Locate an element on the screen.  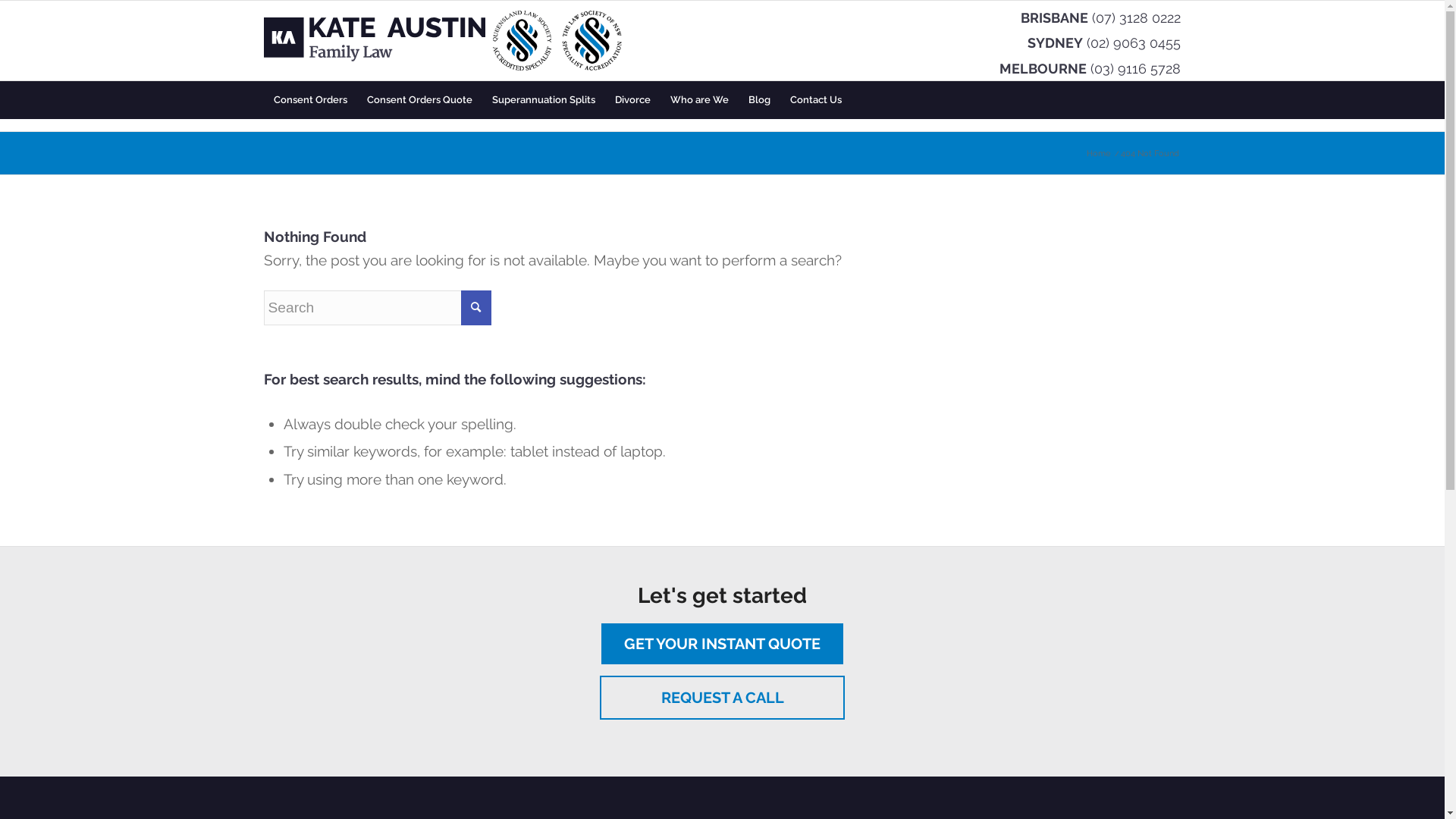
'Contact Us' is located at coordinates (779, 99).